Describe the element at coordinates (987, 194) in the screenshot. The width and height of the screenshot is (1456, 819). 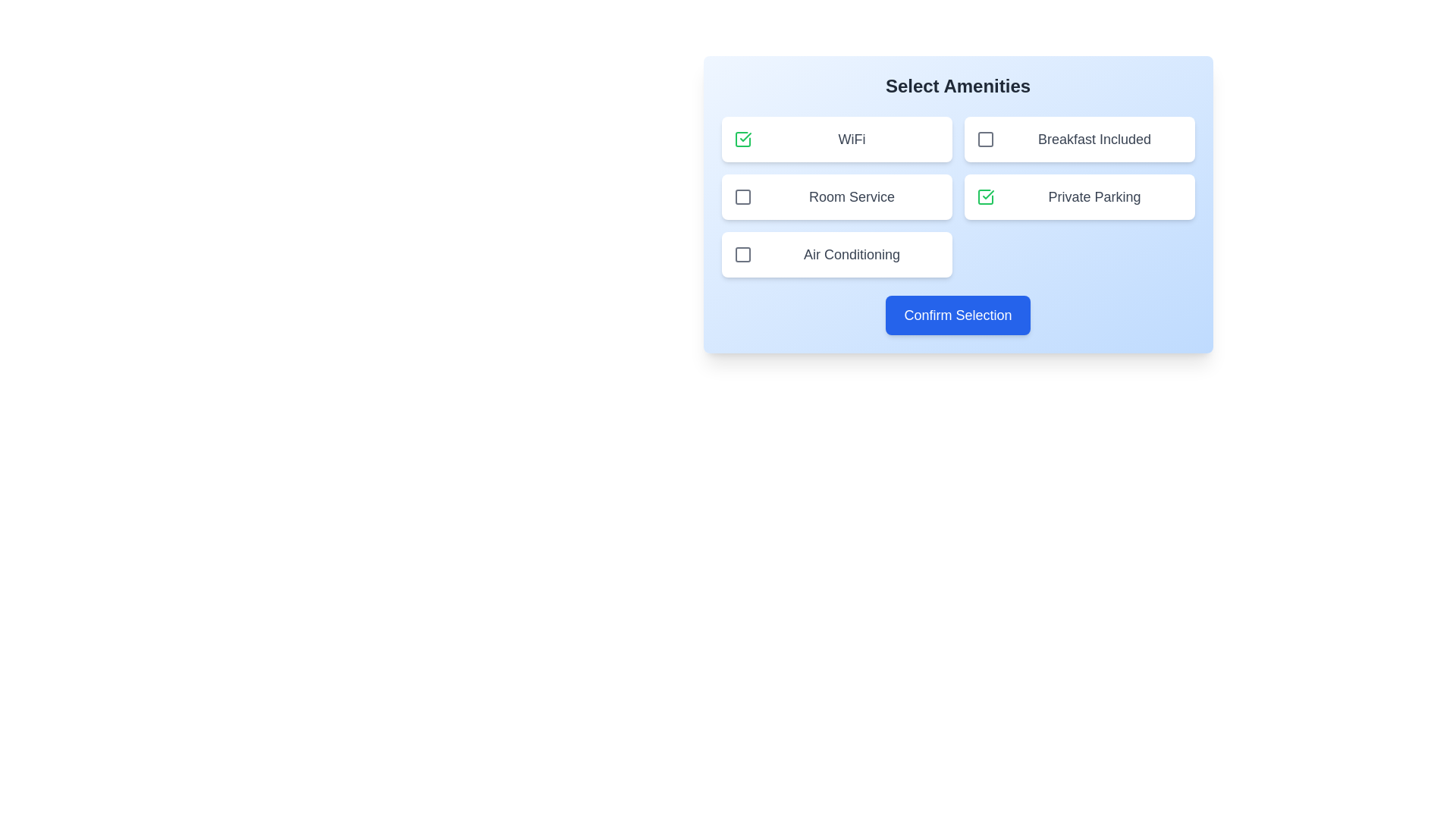
I see `the green checkmark icon indicating the active state of the 'Private Parking' checkbox option` at that location.